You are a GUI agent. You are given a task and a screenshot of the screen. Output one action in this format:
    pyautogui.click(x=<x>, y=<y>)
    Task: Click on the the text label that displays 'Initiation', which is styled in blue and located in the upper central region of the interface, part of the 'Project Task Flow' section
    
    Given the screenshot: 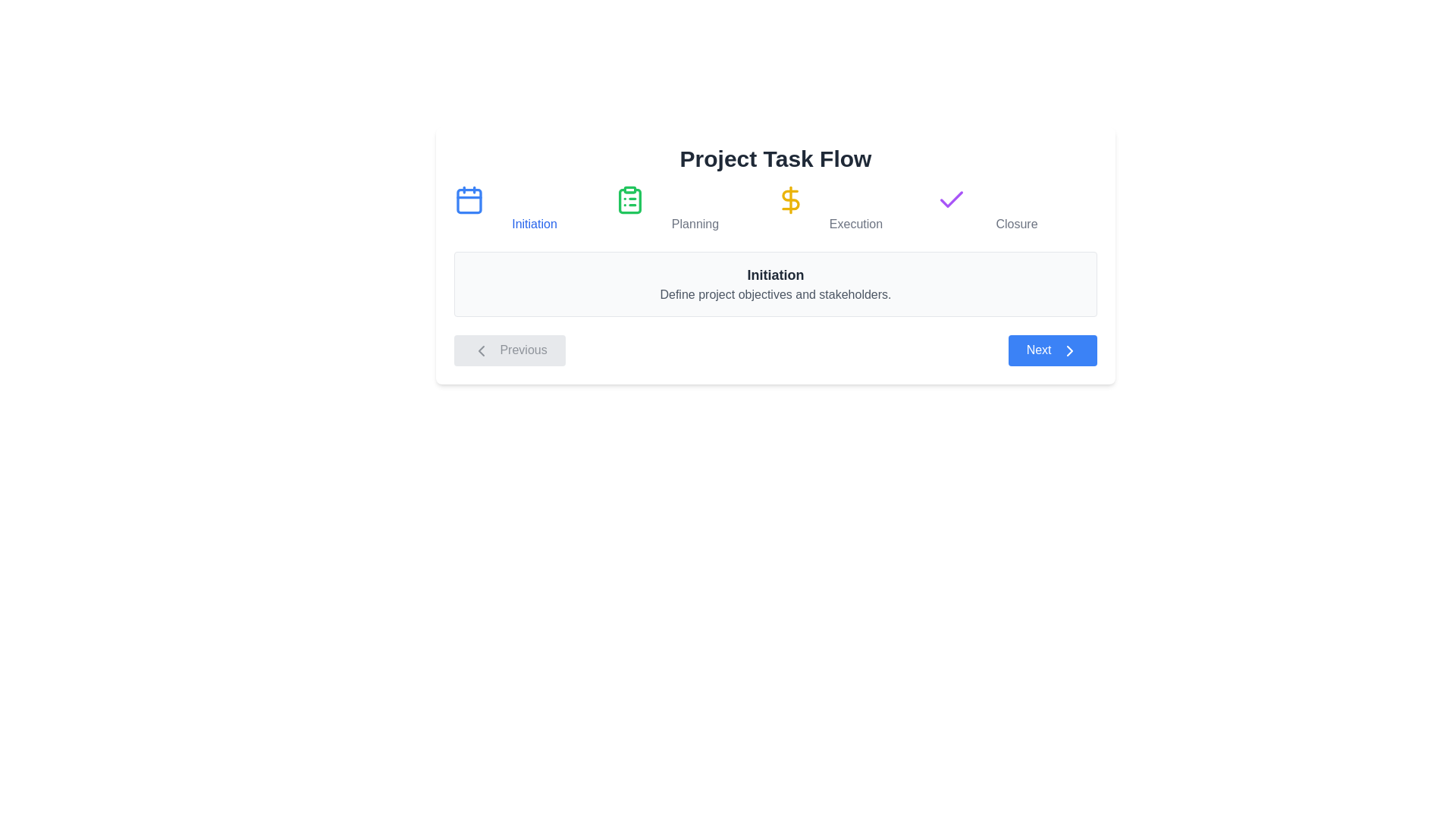 What is the action you would take?
    pyautogui.click(x=535, y=224)
    